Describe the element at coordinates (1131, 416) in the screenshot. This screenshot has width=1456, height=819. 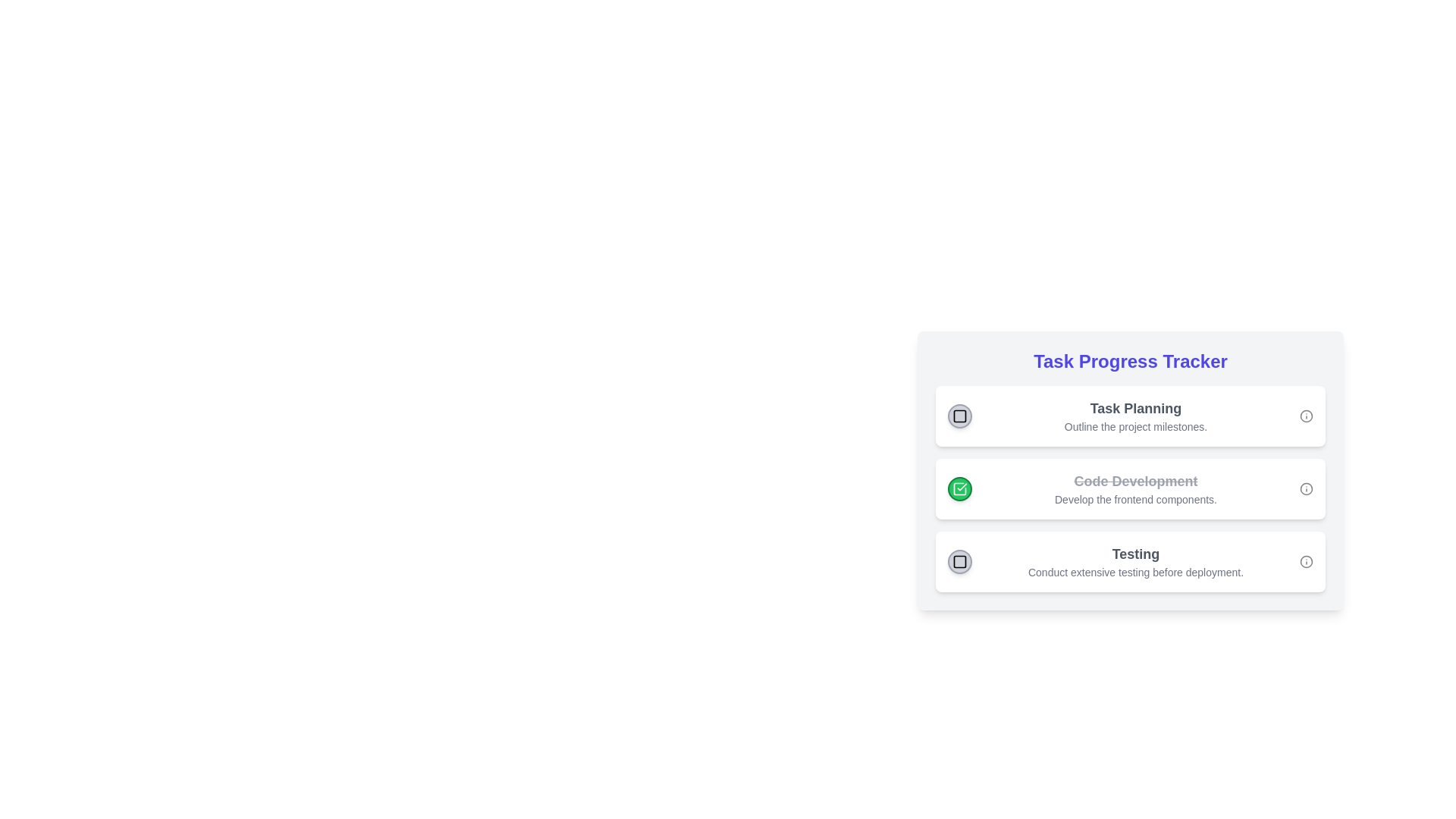
I see `the info icon of the first task item in the progress tracker list` at that location.